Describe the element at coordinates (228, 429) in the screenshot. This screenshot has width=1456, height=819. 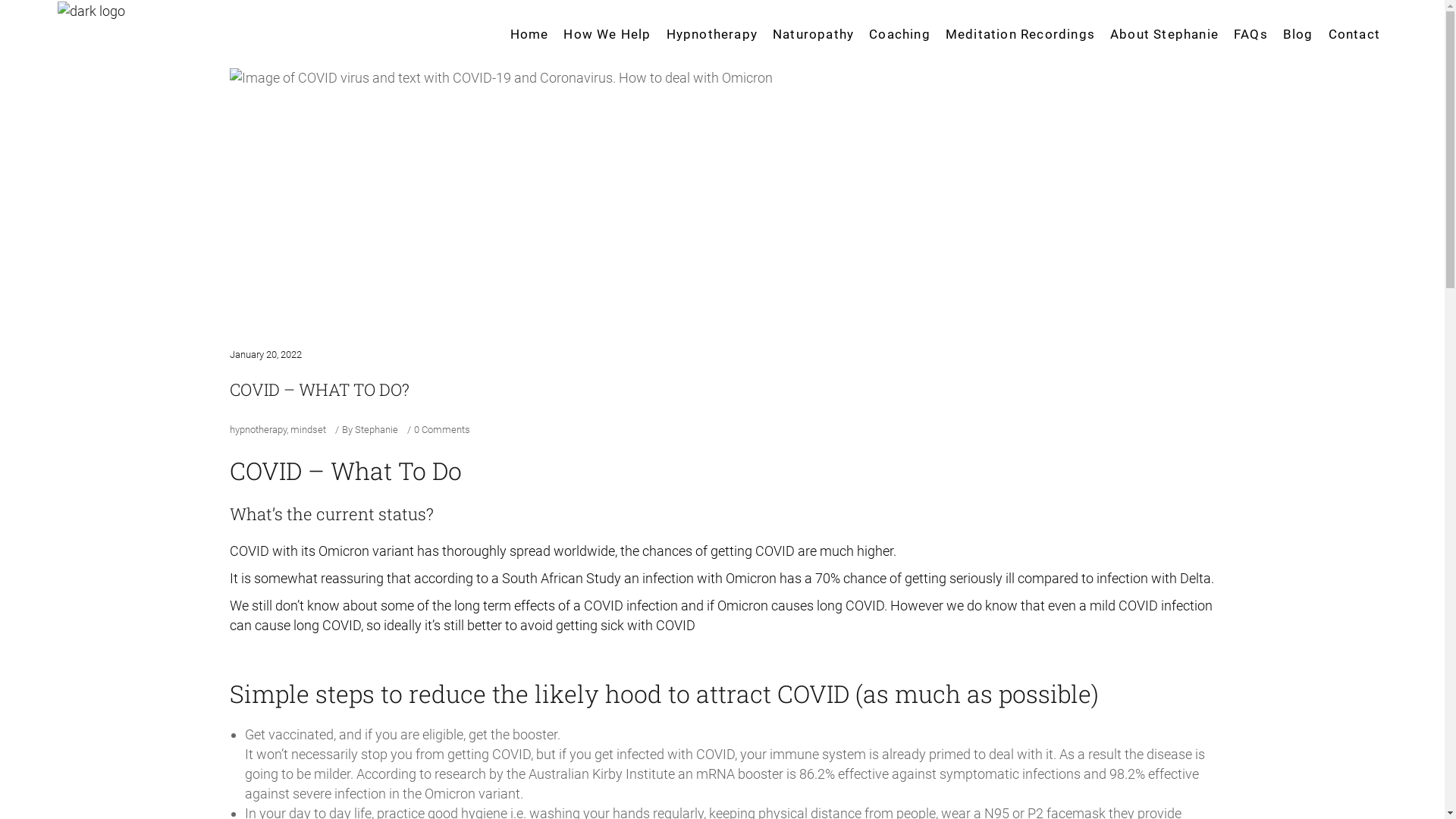
I see `'hypnotherapy'` at that location.